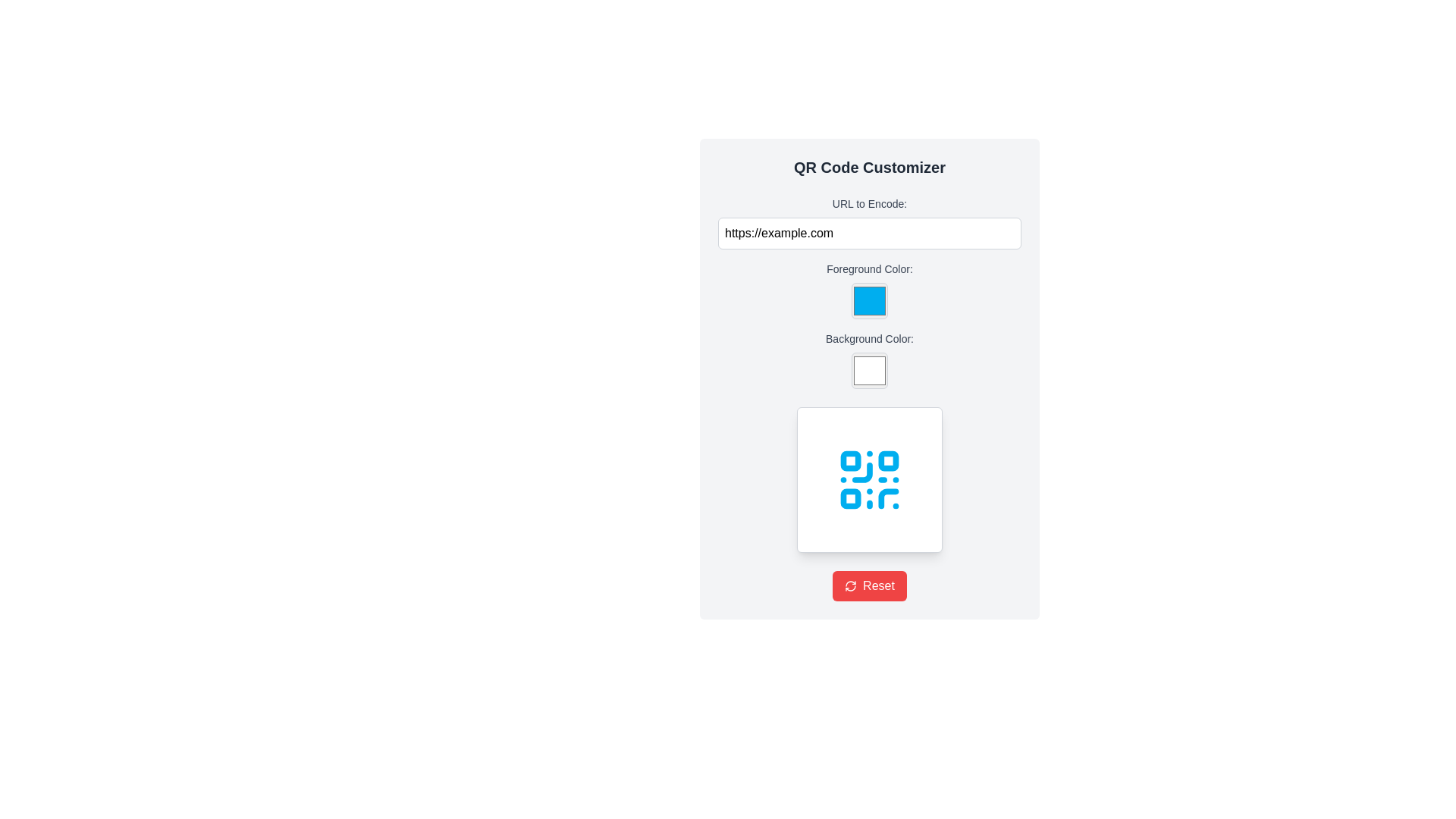 The width and height of the screenshot is (1456, 819). Describe the element at coordinates (870, 268) in the screenshot. I see `the label for the color picker field located below the 'URL to Encode' input field` at that location.